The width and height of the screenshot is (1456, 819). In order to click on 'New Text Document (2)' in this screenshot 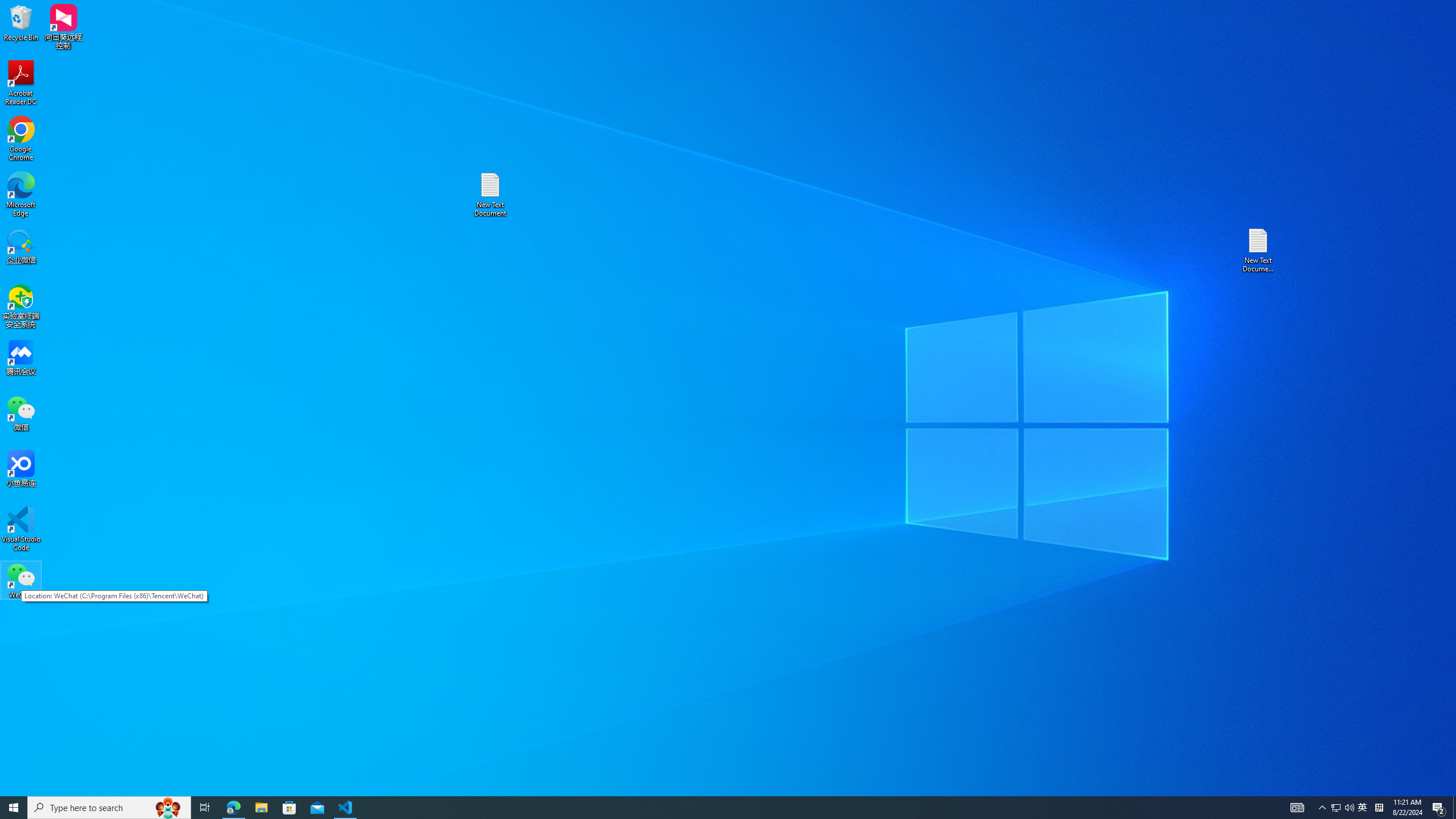, I will do `click(1259, 249)`.